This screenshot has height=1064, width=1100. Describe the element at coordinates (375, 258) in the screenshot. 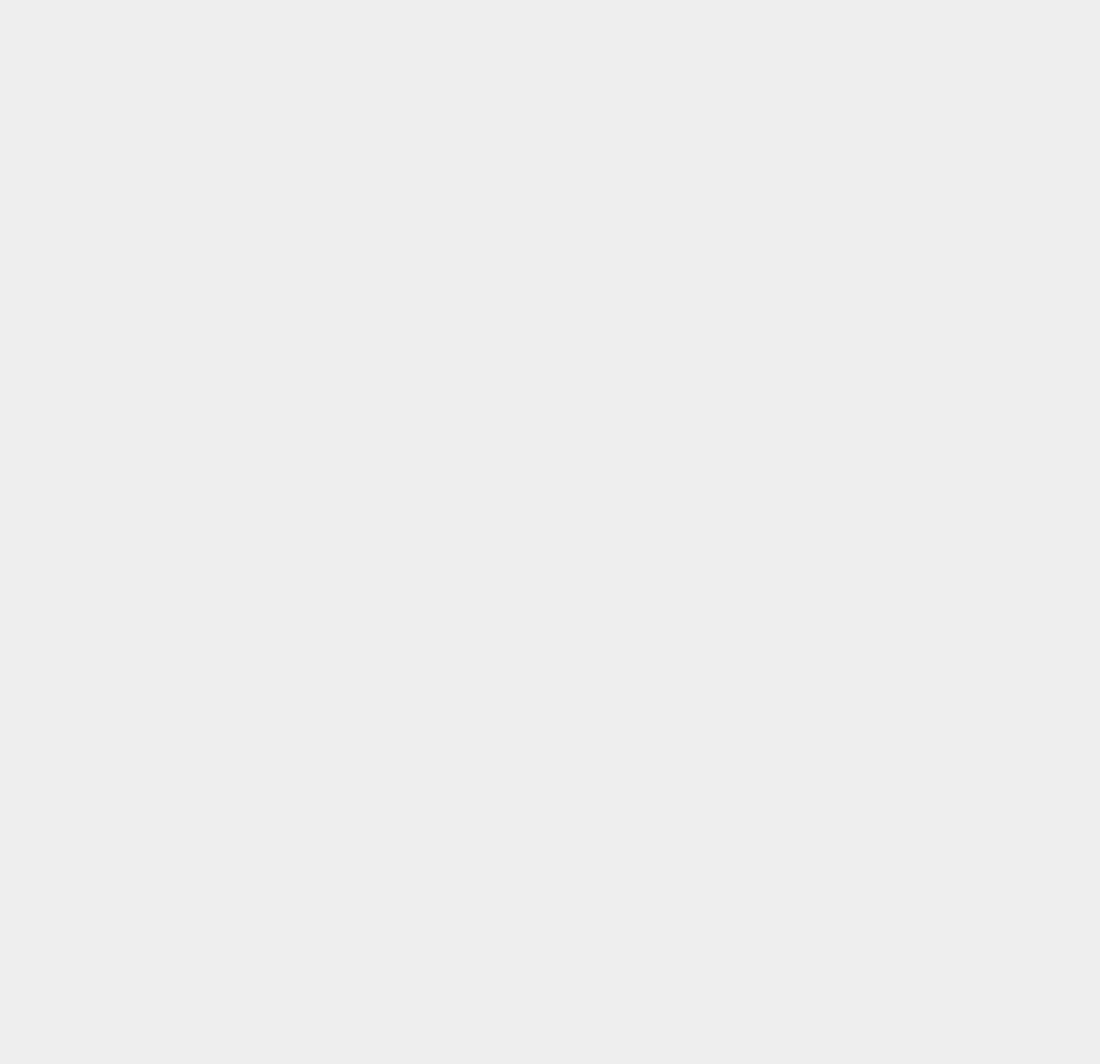

I see `'While the volume of users being tested with the new design appears to be increasing, Facebook is still clearly in the process of making ongoing adjustments. The most significant change in this latest iteration is the adjustment of the chat. Aside from that, Facebook is only making subtle adjustments at this point. You can see the difference from the last iteration in the screenshots below.'` at that location.